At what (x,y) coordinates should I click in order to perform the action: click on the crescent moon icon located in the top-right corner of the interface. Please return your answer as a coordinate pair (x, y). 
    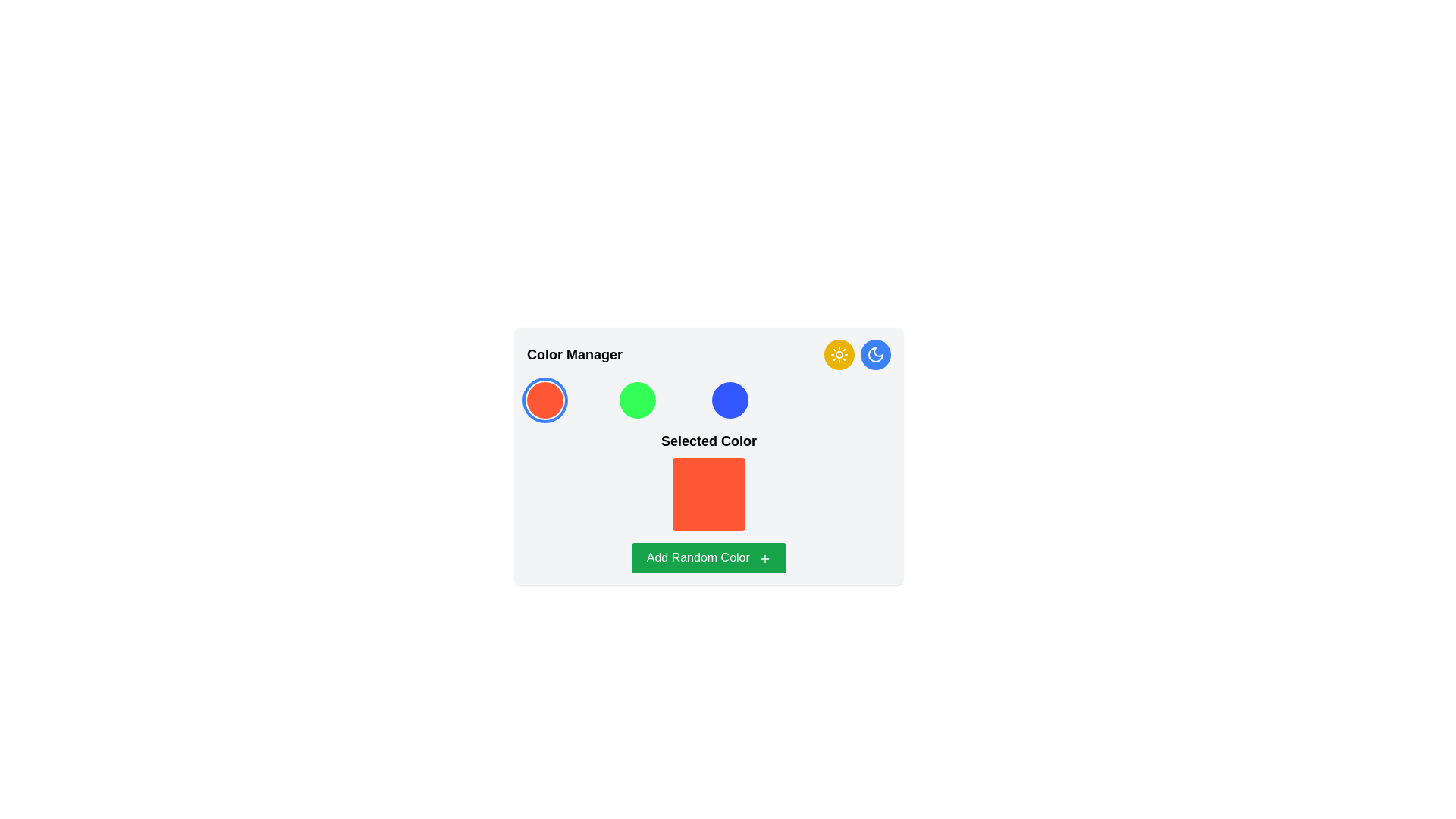
    Looking at the image, I should click on (876, 354).